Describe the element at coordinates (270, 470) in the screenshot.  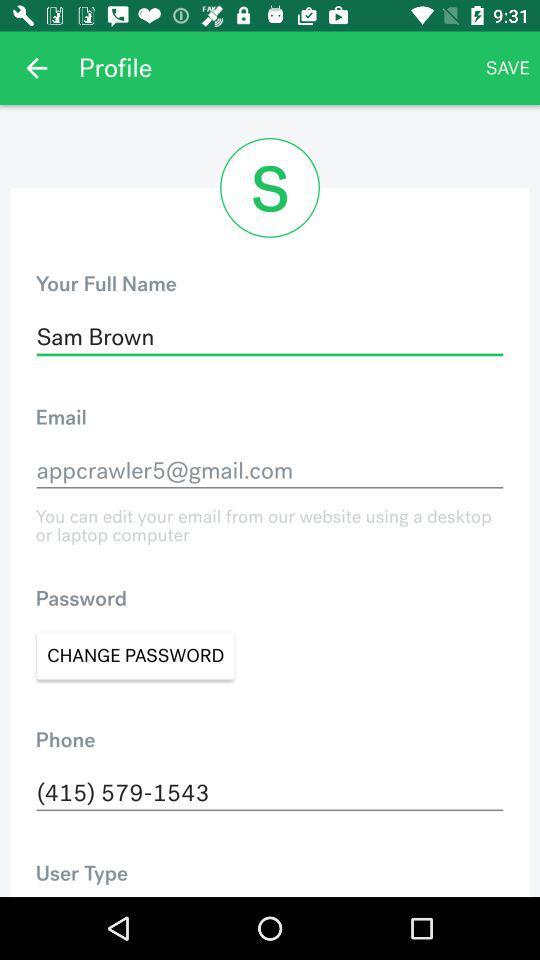
I see `the item below the email icon` at that location.